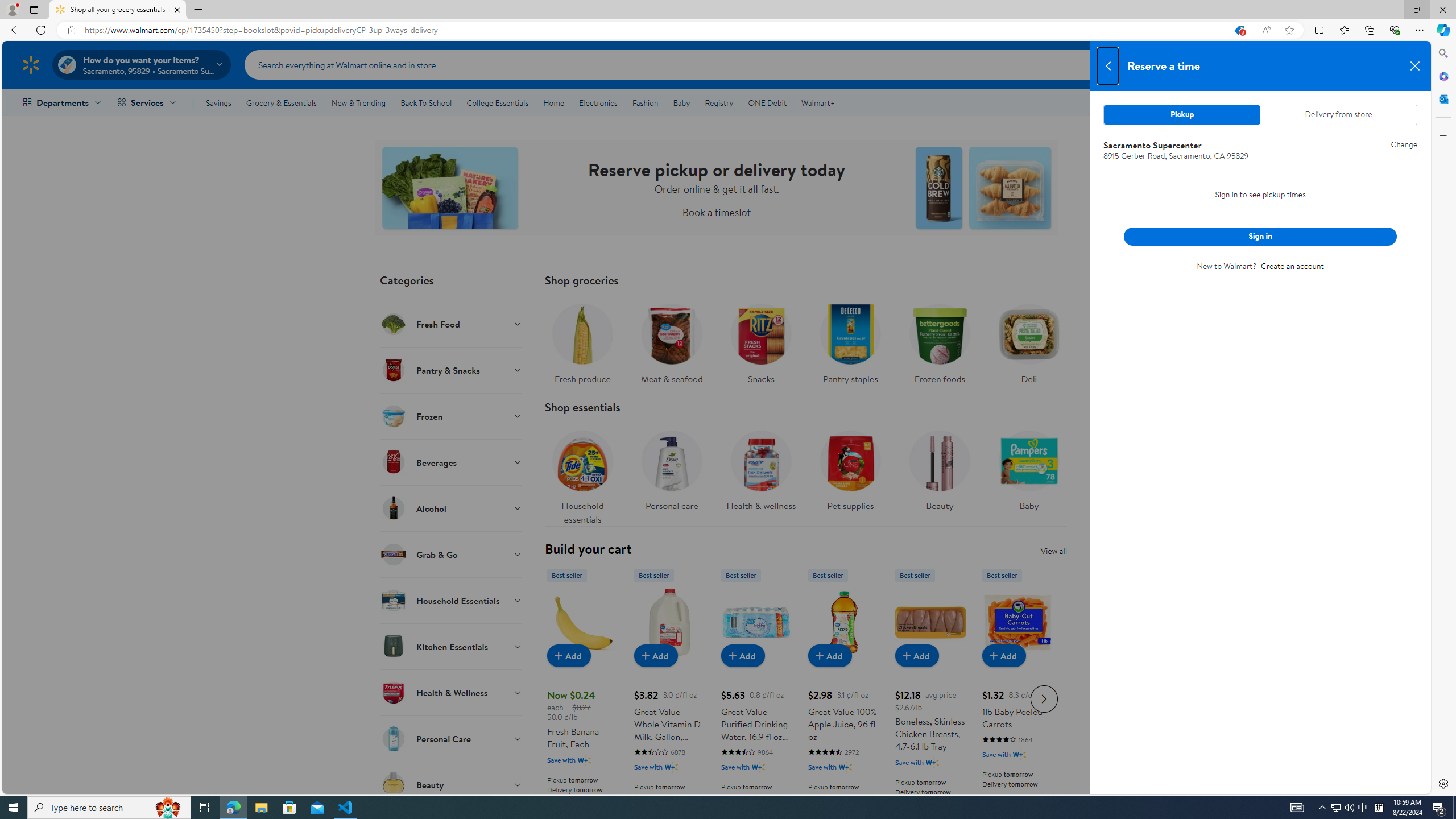 Image resolution: width=1456 pixels, height=819 pixels. What do you see at coordinates (568, 655) in the screenshot?
I see `'Add to cart - Fresh Banana Fruit, Each'` at bounding box center [568, 655].